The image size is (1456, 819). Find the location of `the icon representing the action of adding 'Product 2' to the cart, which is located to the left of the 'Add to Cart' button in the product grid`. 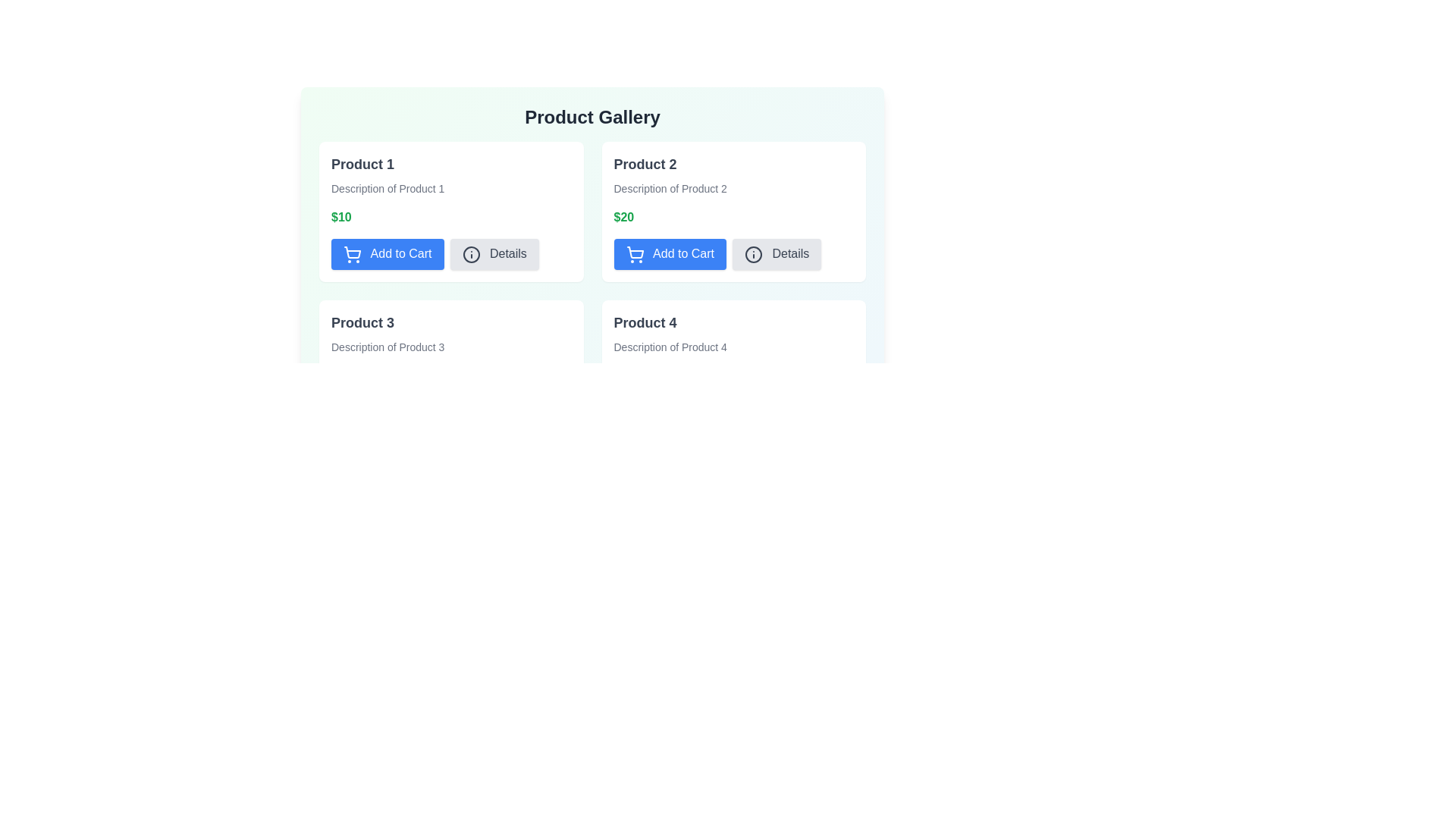

the icon representing the action of adding 'Product 2' to the cart, which is located to the left of the 'Add to Cart' button in the product grid is located at coordinates (635, 253).